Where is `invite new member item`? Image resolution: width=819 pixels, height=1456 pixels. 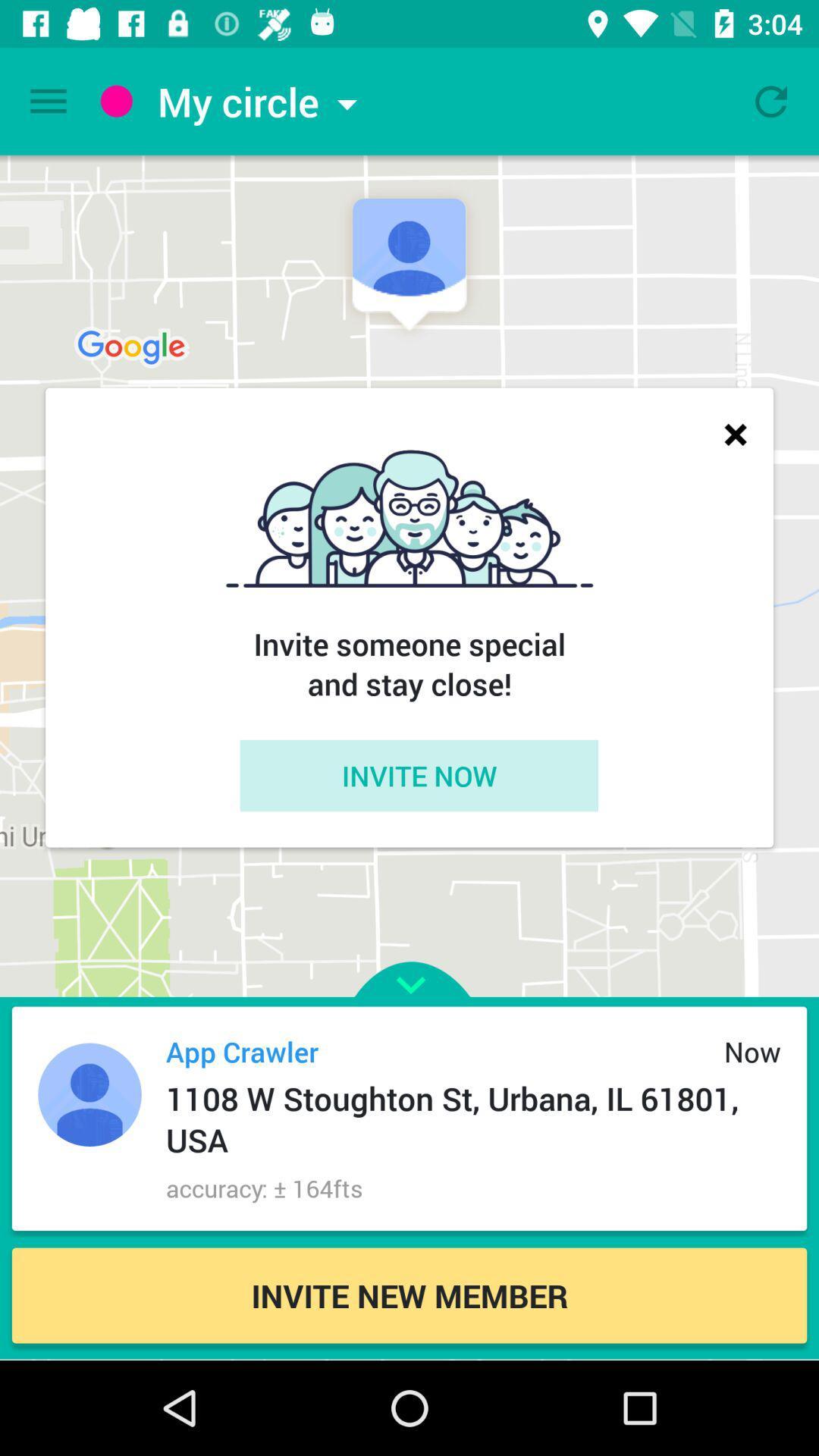 invite new member item is located at coordinates (409, 1294).